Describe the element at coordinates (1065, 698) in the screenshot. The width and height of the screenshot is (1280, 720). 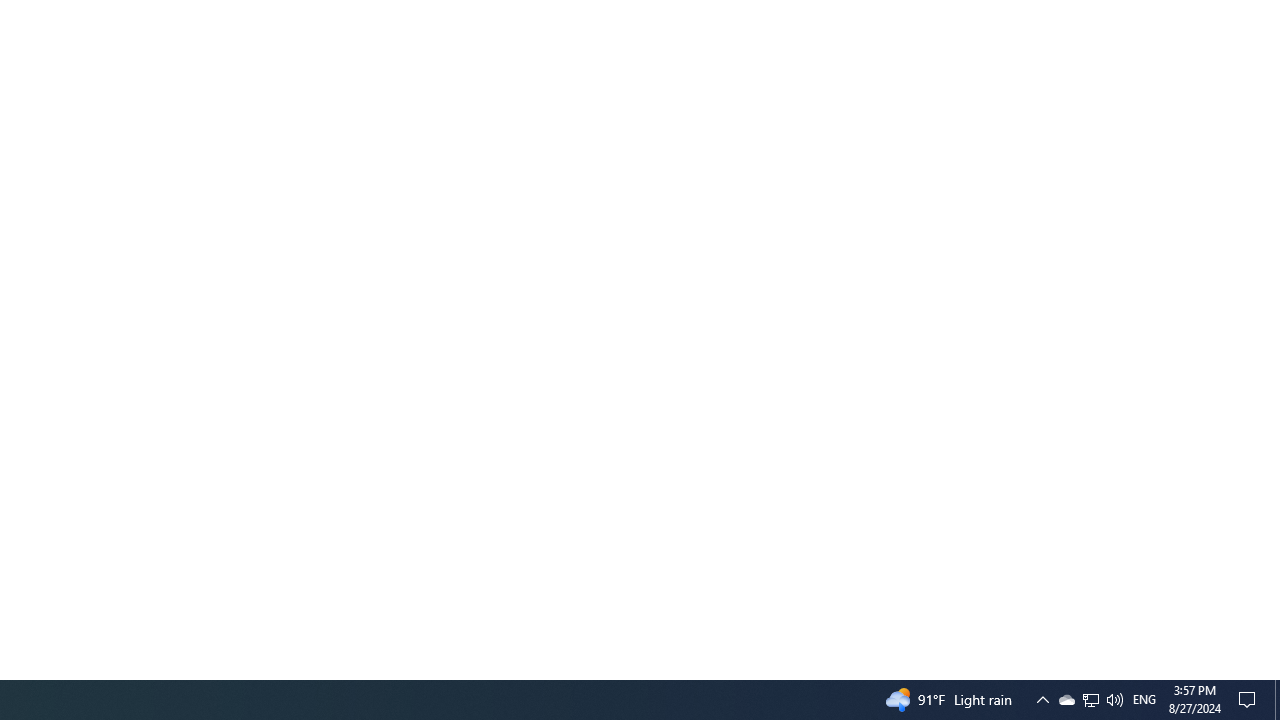
I see `'Notification Chevron'` at that location.